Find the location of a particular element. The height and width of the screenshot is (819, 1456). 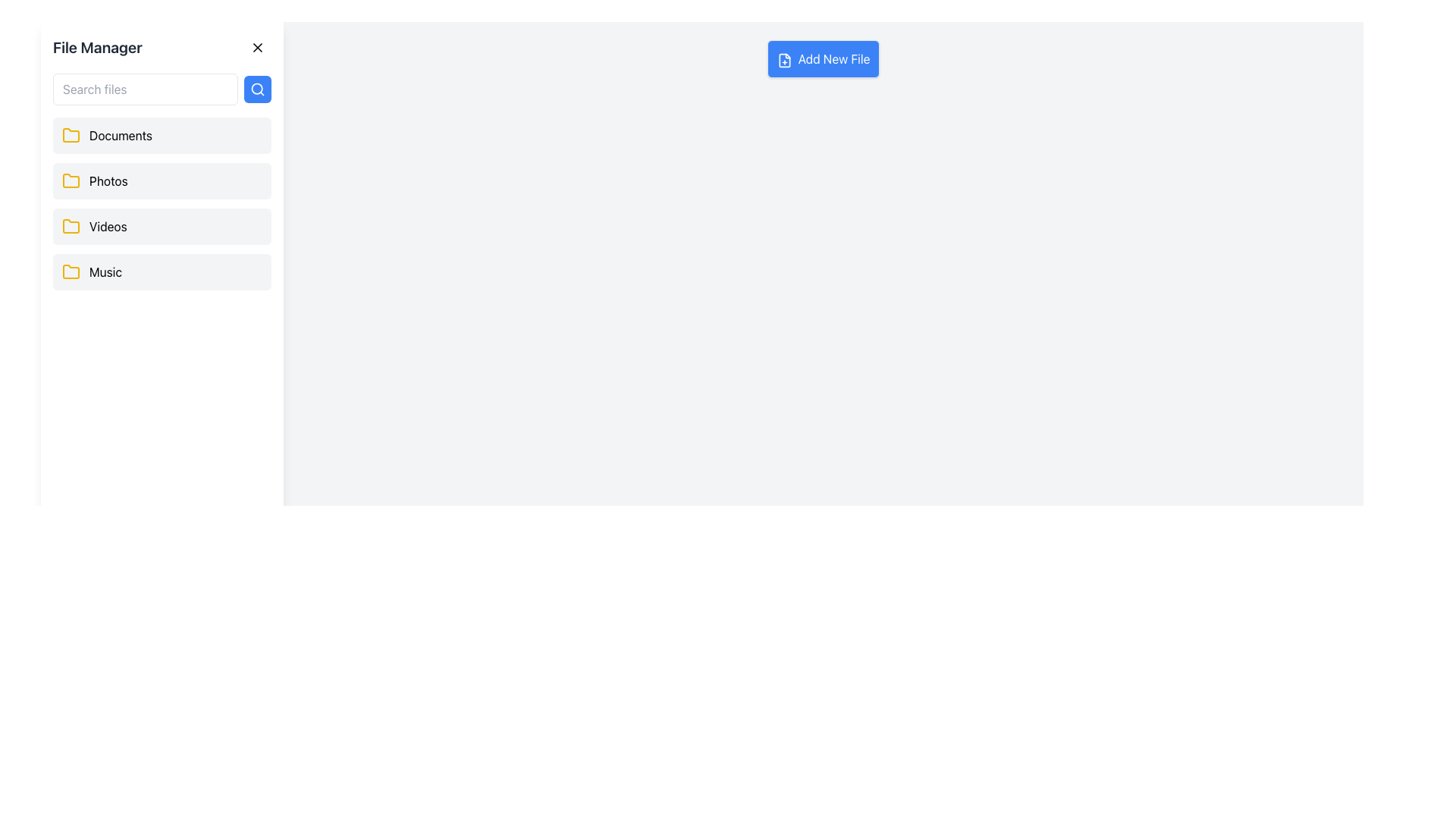

the 'Add New File' button with a blue background and white text to observe a visual change is located at coordinates (822, 58).